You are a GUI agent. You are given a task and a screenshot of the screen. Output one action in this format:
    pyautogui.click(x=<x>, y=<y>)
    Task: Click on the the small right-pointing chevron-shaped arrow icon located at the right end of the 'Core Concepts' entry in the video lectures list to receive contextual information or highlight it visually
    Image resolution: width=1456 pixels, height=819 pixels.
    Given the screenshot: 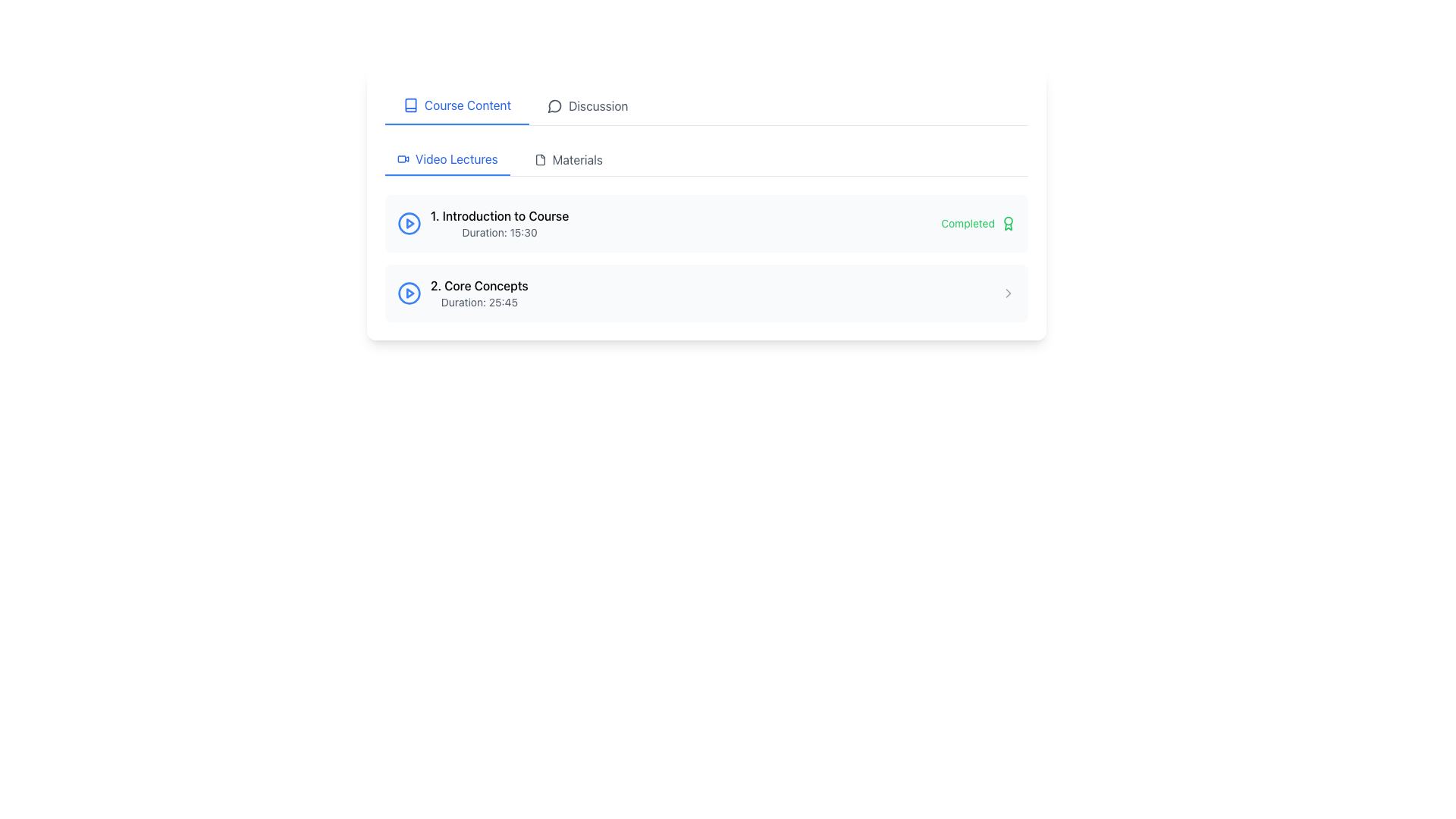 What is the action you would take?
    pyautogui.click(x=1008, y=293)
    